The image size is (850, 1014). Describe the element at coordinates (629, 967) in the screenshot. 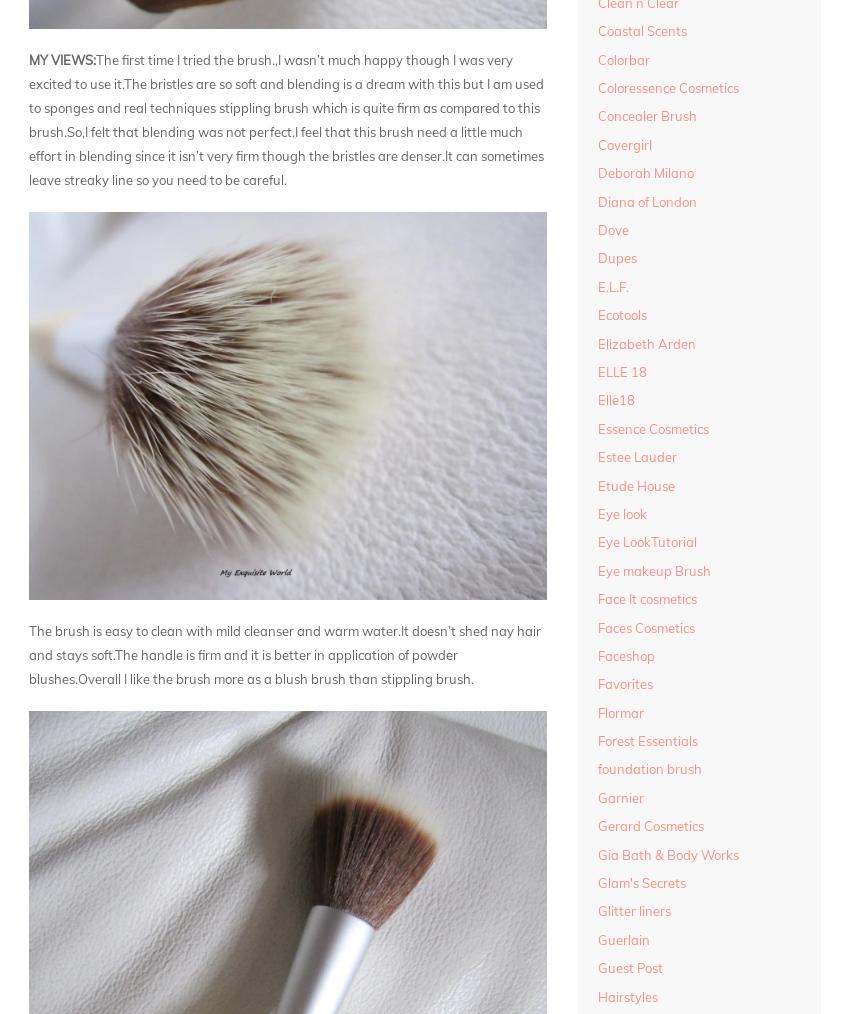

I see `'Guest Post'` at that location.